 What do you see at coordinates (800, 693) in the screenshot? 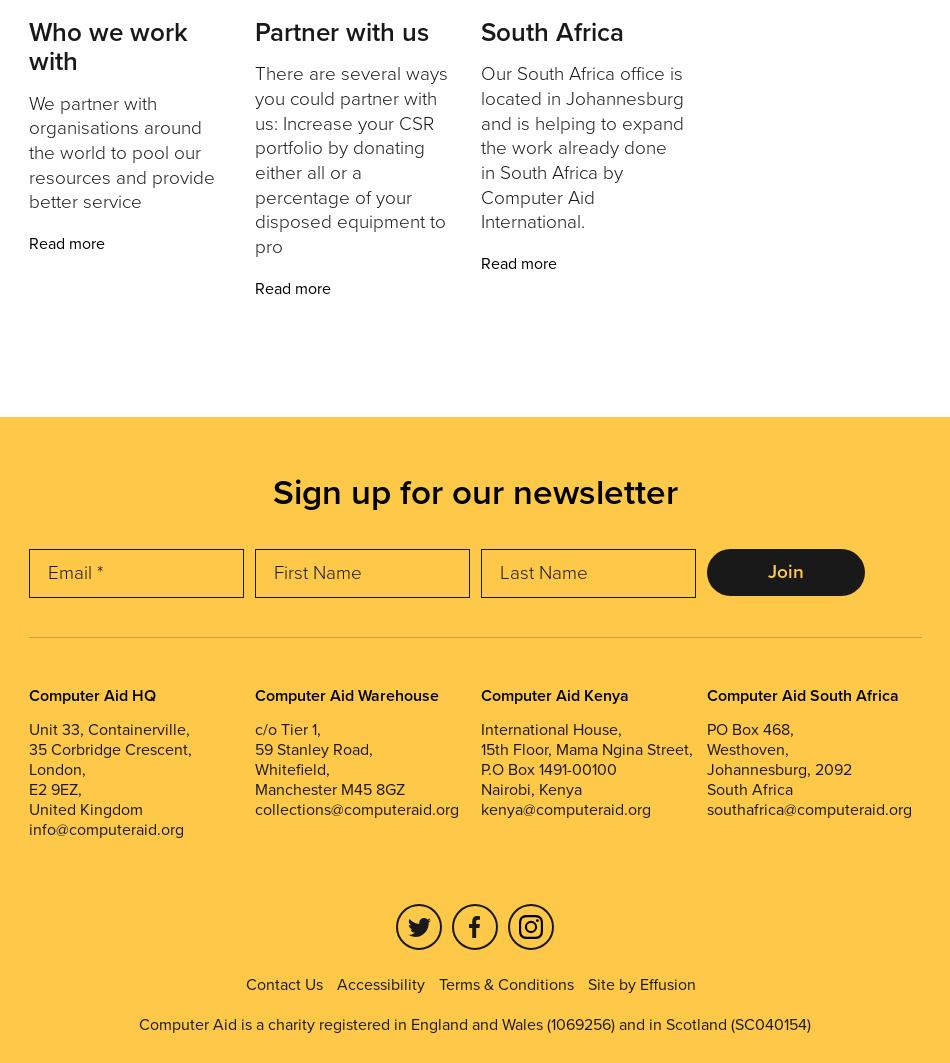
I see `'Computer Aid South Africa'` at bounding box center [800, 693].